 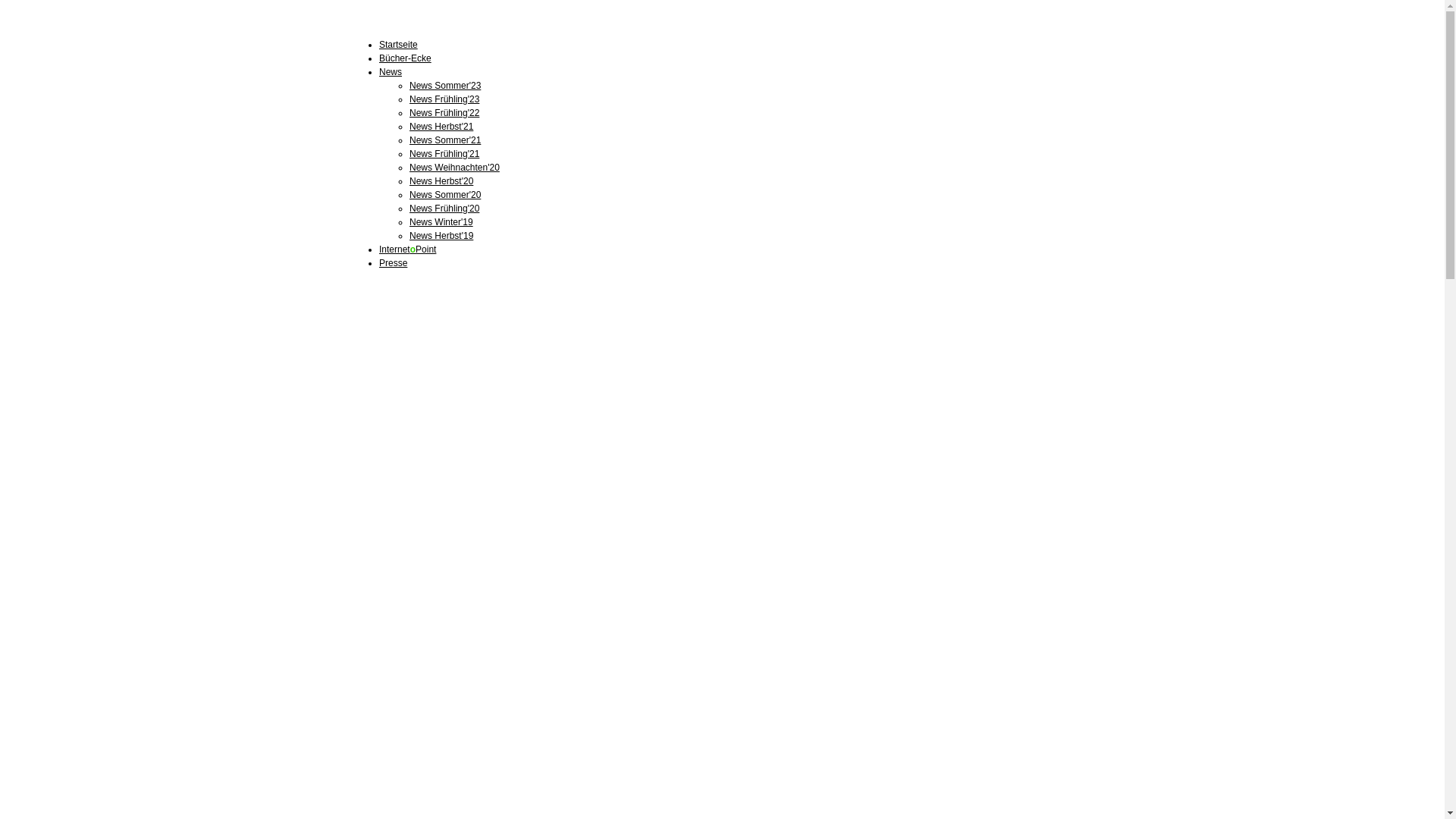 I want to click on 'InternetoPoint', so click(x=407, y=248).